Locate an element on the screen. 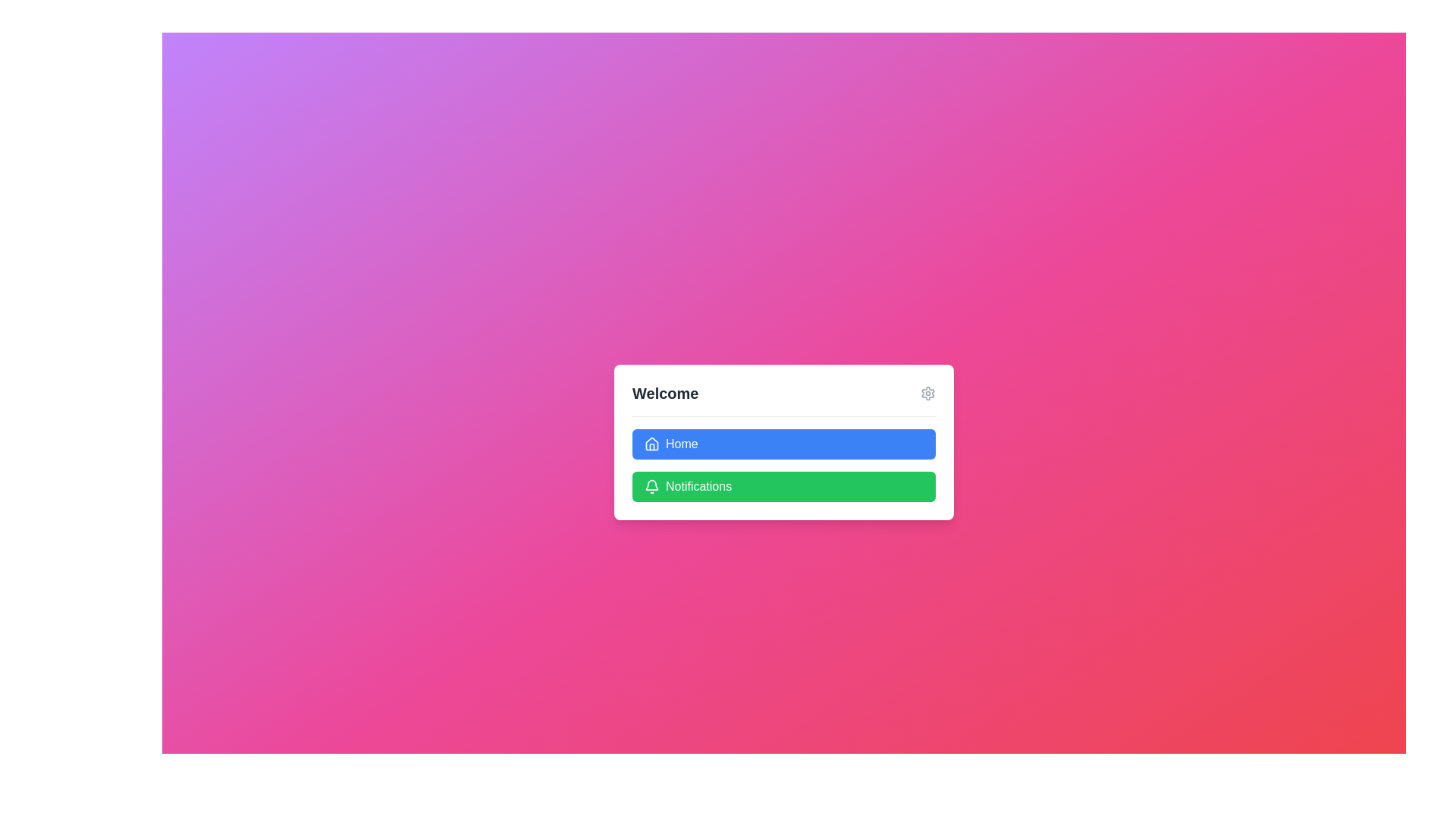  the settings icon button located in the upper right corner of the white rectangular area to change its color is located at coordinates (927, 392).